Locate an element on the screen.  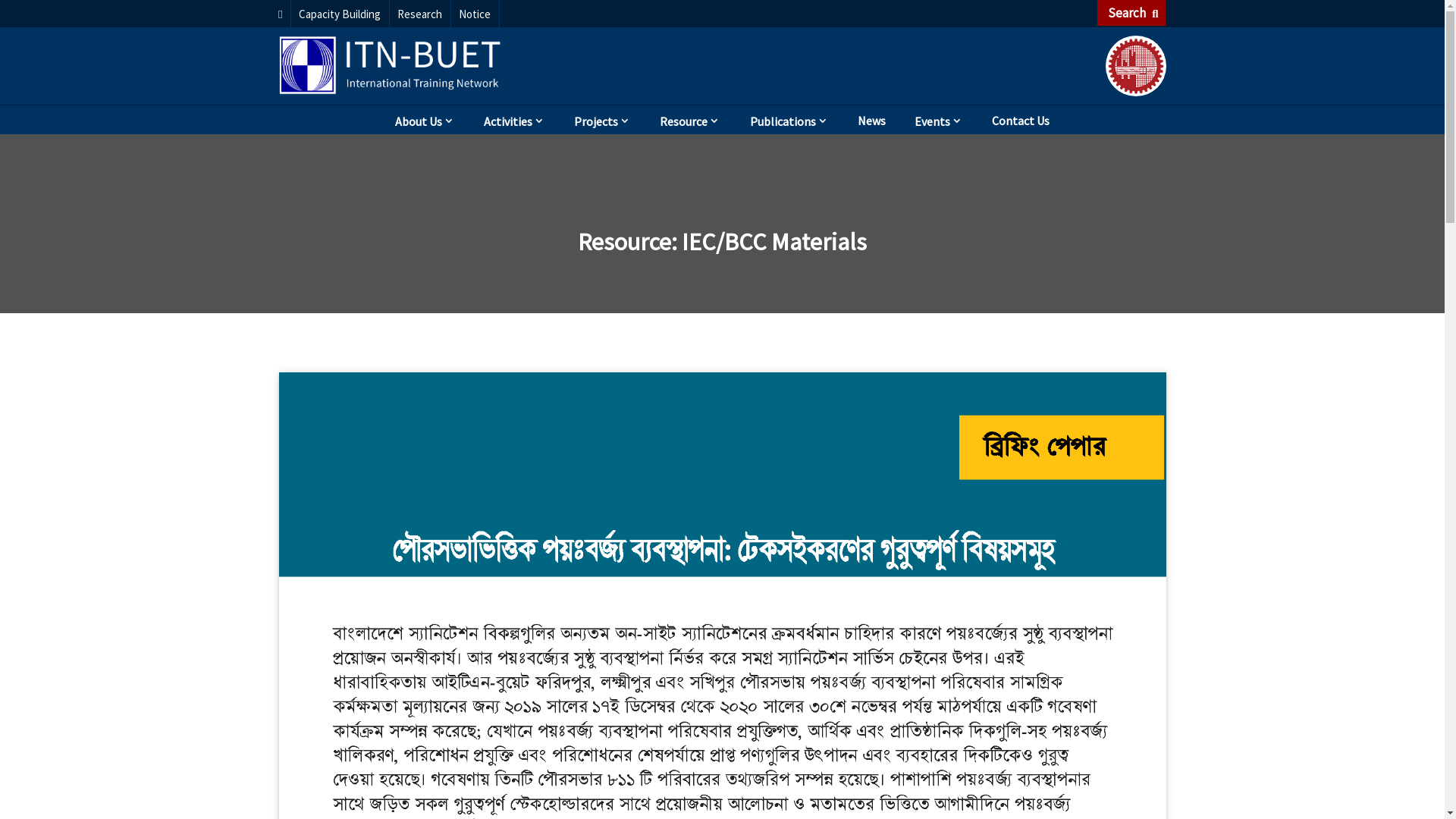
'Events' is located at coordinates (938, 118).